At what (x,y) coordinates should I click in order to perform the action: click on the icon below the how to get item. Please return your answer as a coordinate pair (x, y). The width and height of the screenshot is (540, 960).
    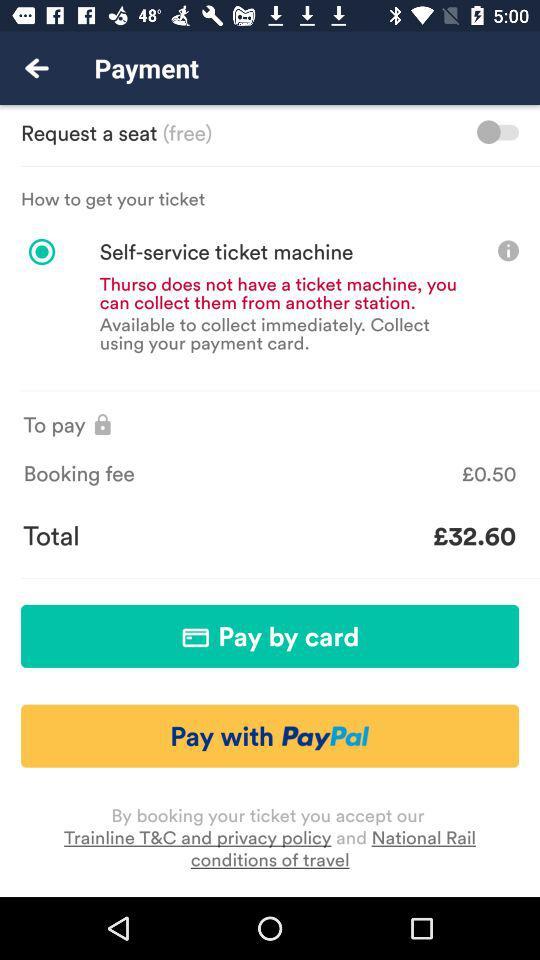
    Looking at the image, I should click on (198, 251).